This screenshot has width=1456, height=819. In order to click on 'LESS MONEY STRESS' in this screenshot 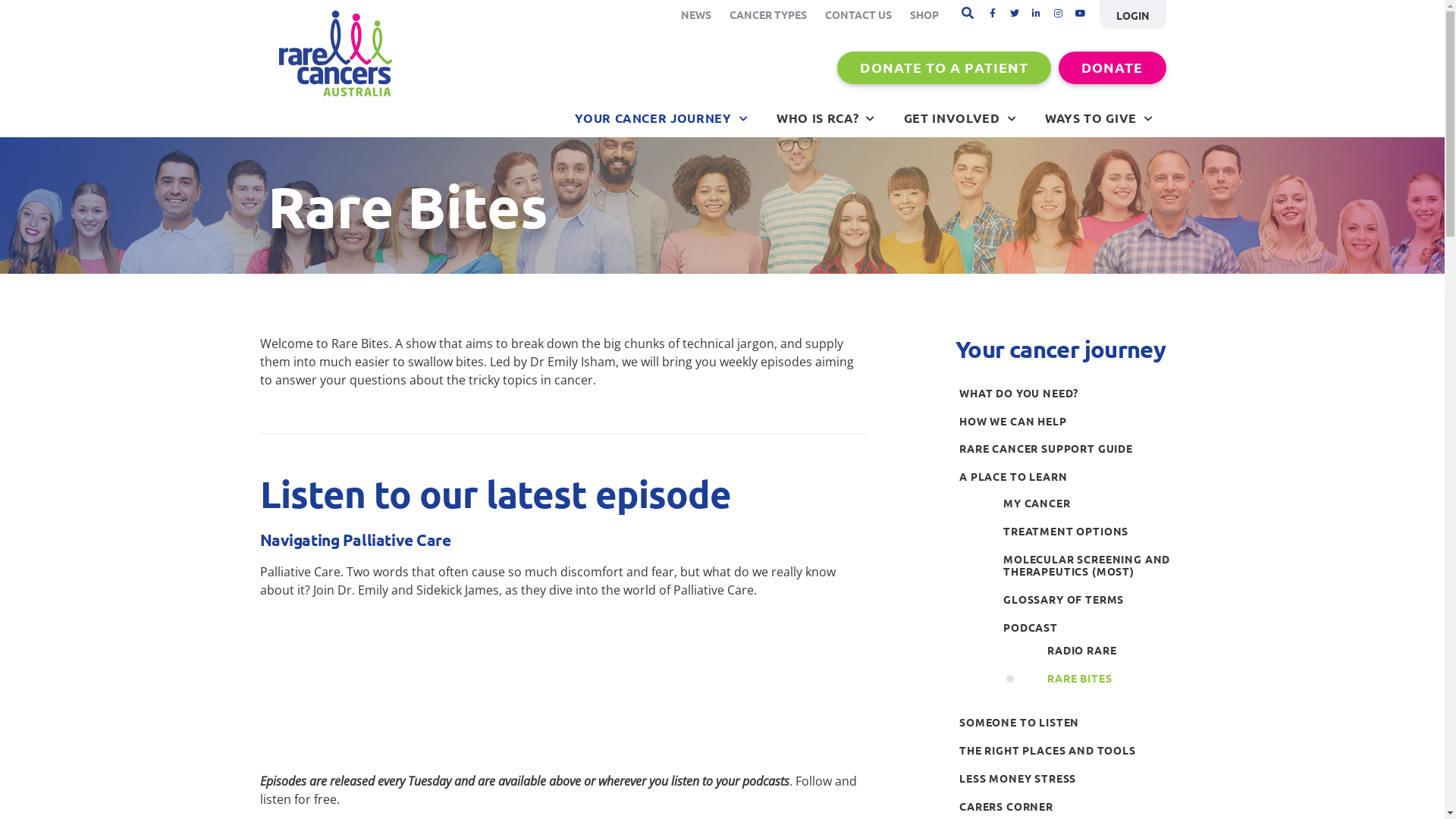, I will do `click(1065, 778)`.